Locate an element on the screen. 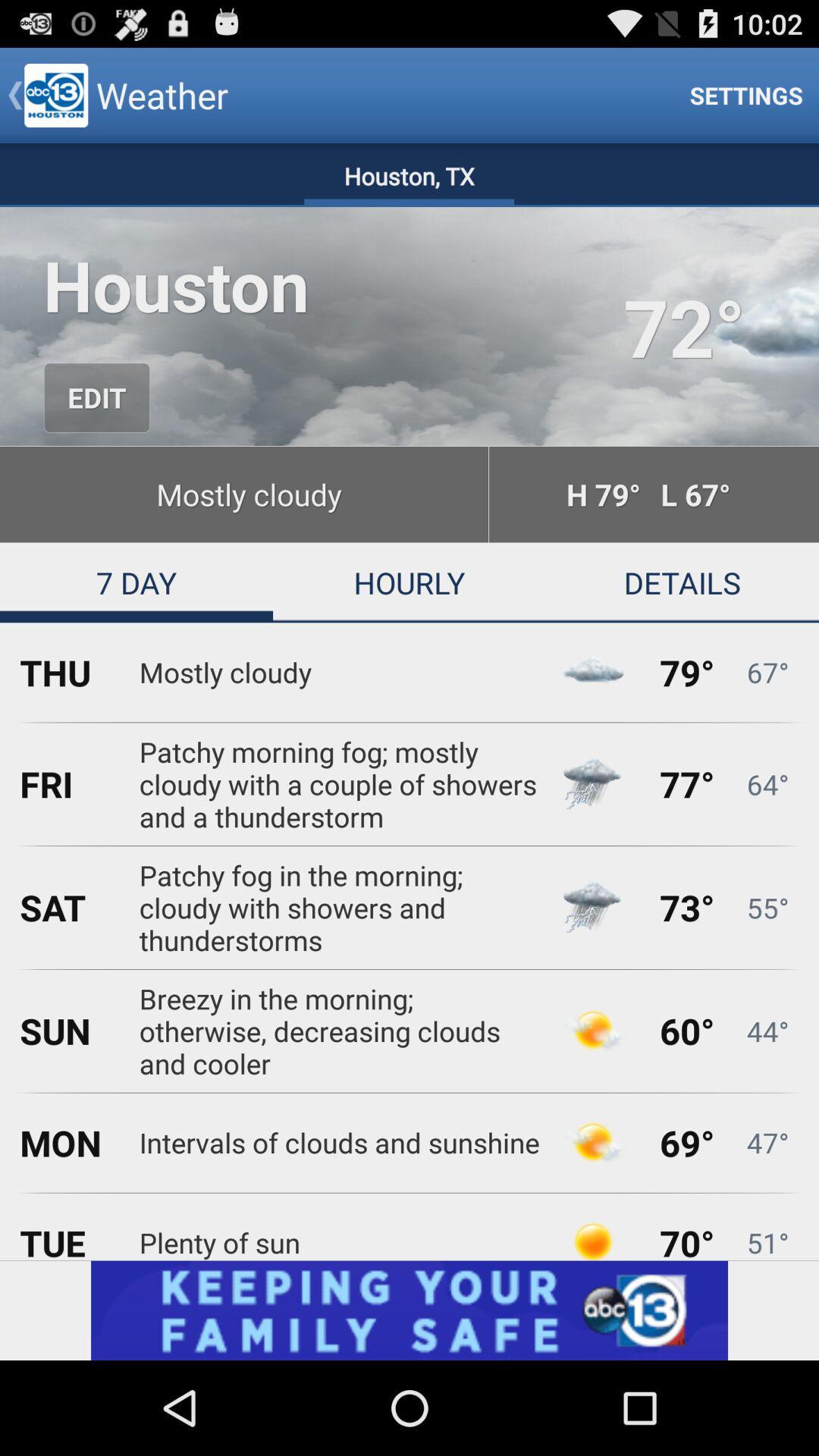 The height and width of the screenshot is (1456, 819). the image on left to the text 73 degrees on the web page is located at coordinates (592, 907).